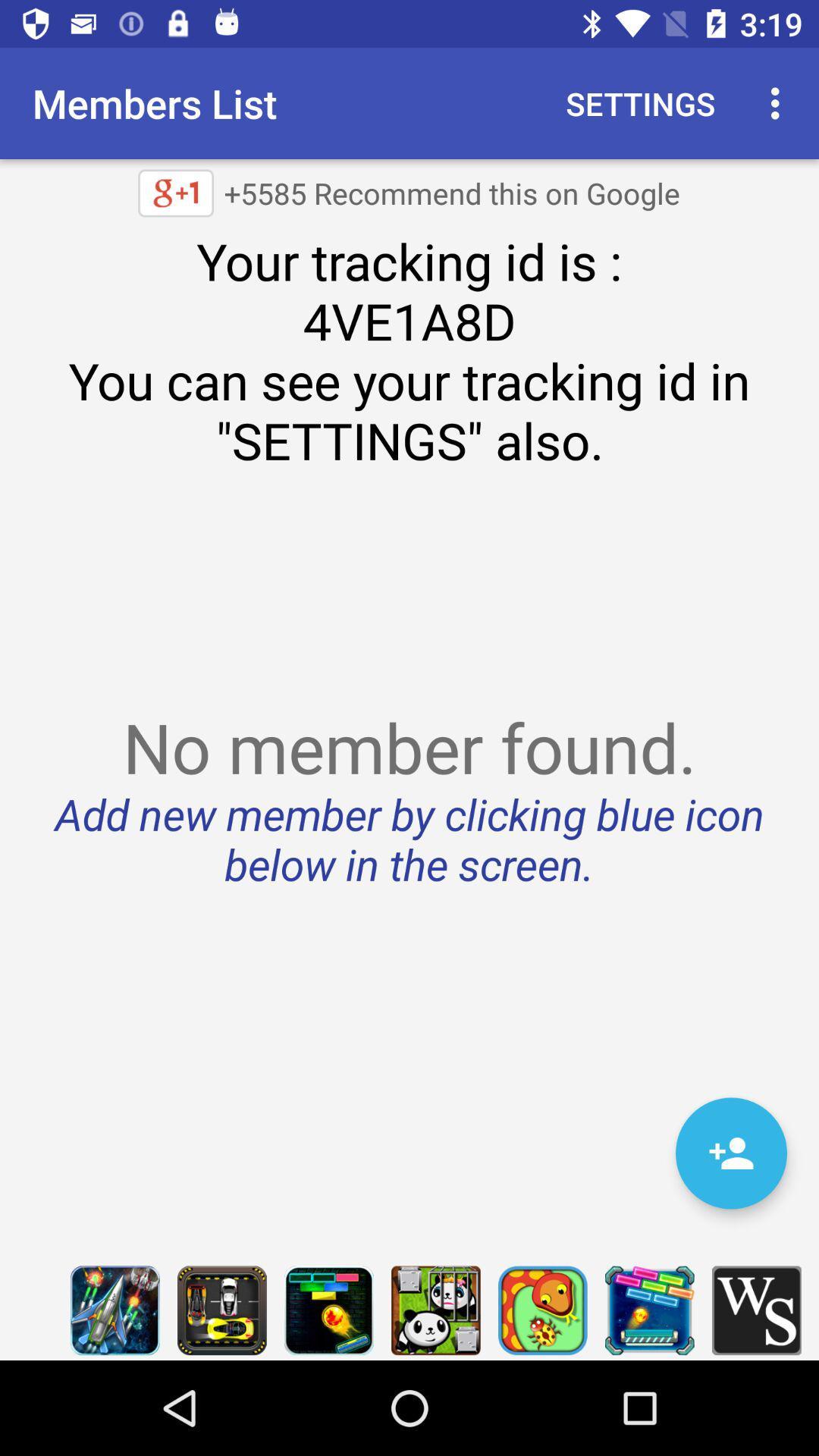  What do you see at coordinates (435, 1310) in the screenshot?
I see `open application` at bounding box center [435, 1310].